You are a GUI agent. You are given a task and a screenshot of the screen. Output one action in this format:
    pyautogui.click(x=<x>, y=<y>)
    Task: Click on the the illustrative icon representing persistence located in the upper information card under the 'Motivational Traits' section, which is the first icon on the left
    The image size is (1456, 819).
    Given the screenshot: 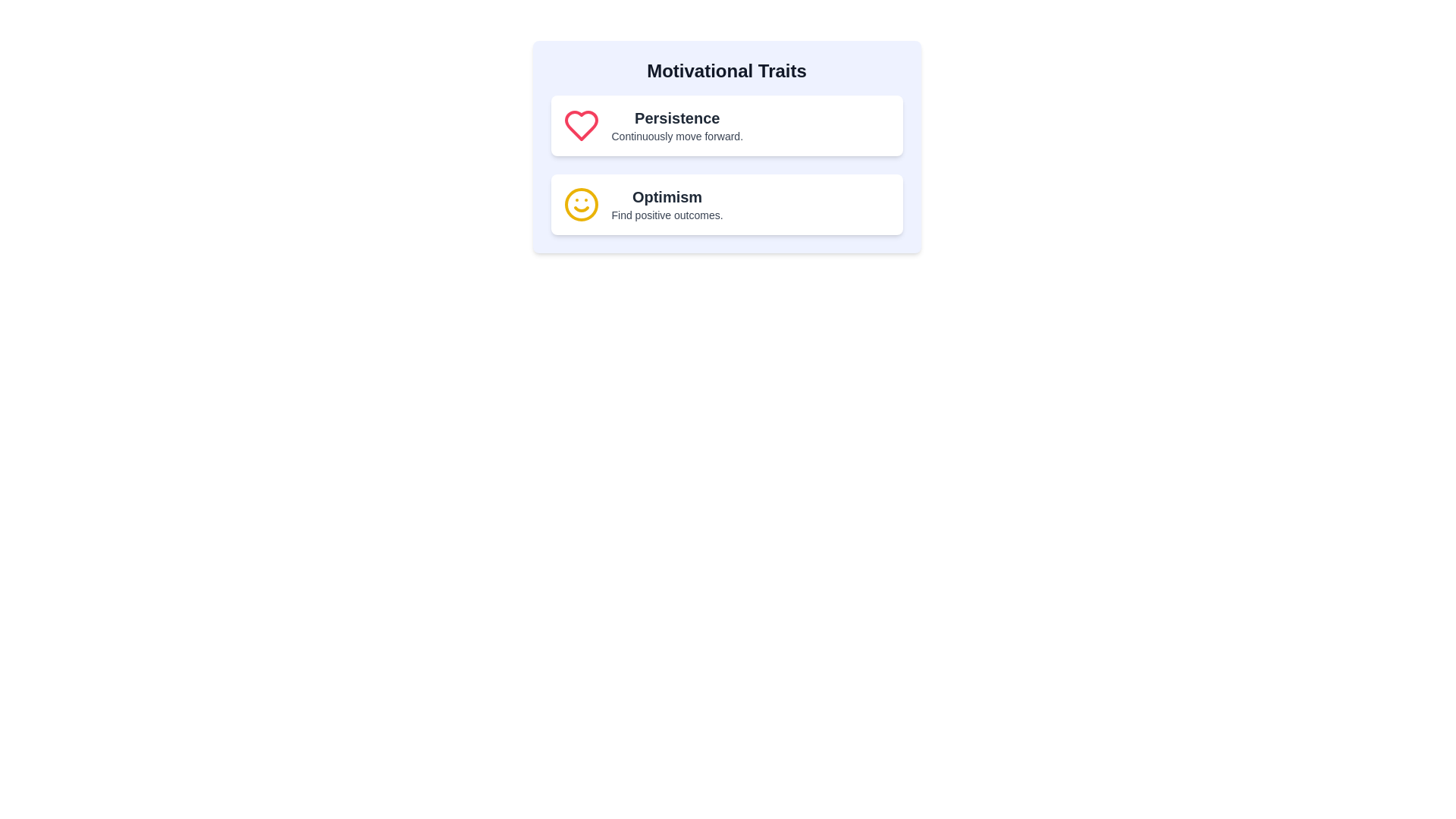 What is the action you would take?
    pyautogui.click(x=580, y=124)
    